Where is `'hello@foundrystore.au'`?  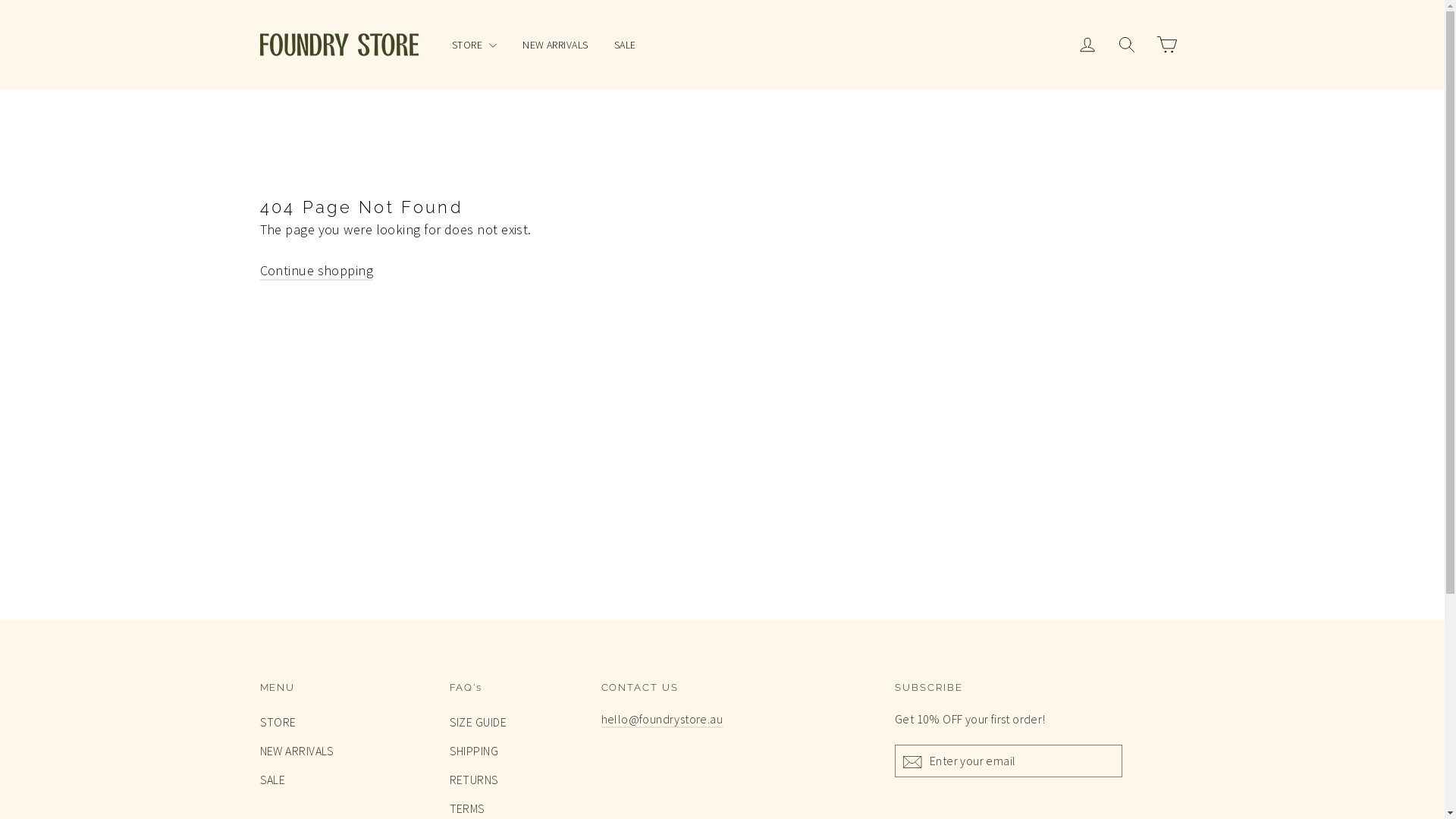
'hello@foundrystore.au' is located at coordinates (600, 718).